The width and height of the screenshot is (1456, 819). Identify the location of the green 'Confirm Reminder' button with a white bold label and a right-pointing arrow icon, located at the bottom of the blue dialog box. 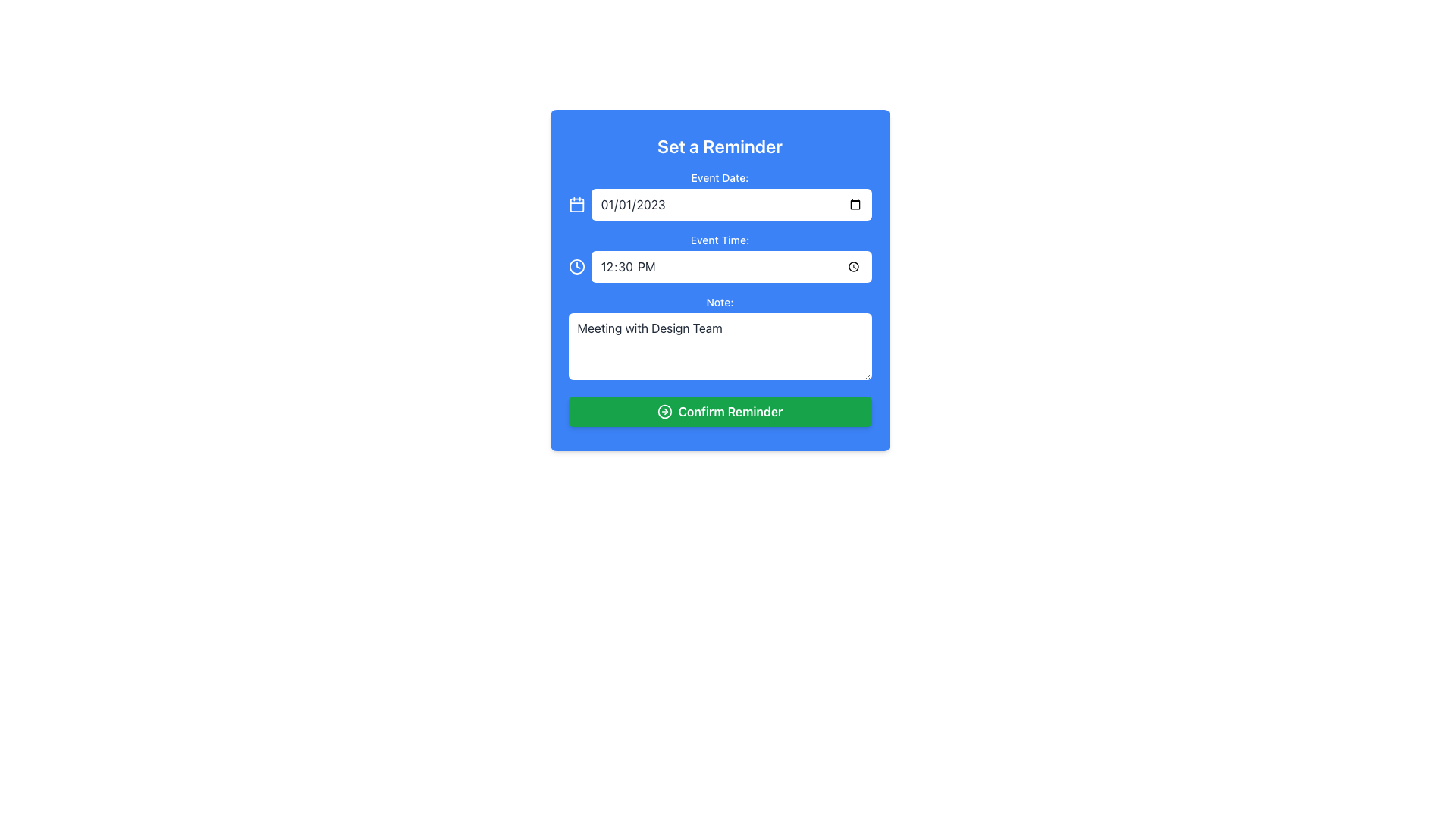
(719, 412).